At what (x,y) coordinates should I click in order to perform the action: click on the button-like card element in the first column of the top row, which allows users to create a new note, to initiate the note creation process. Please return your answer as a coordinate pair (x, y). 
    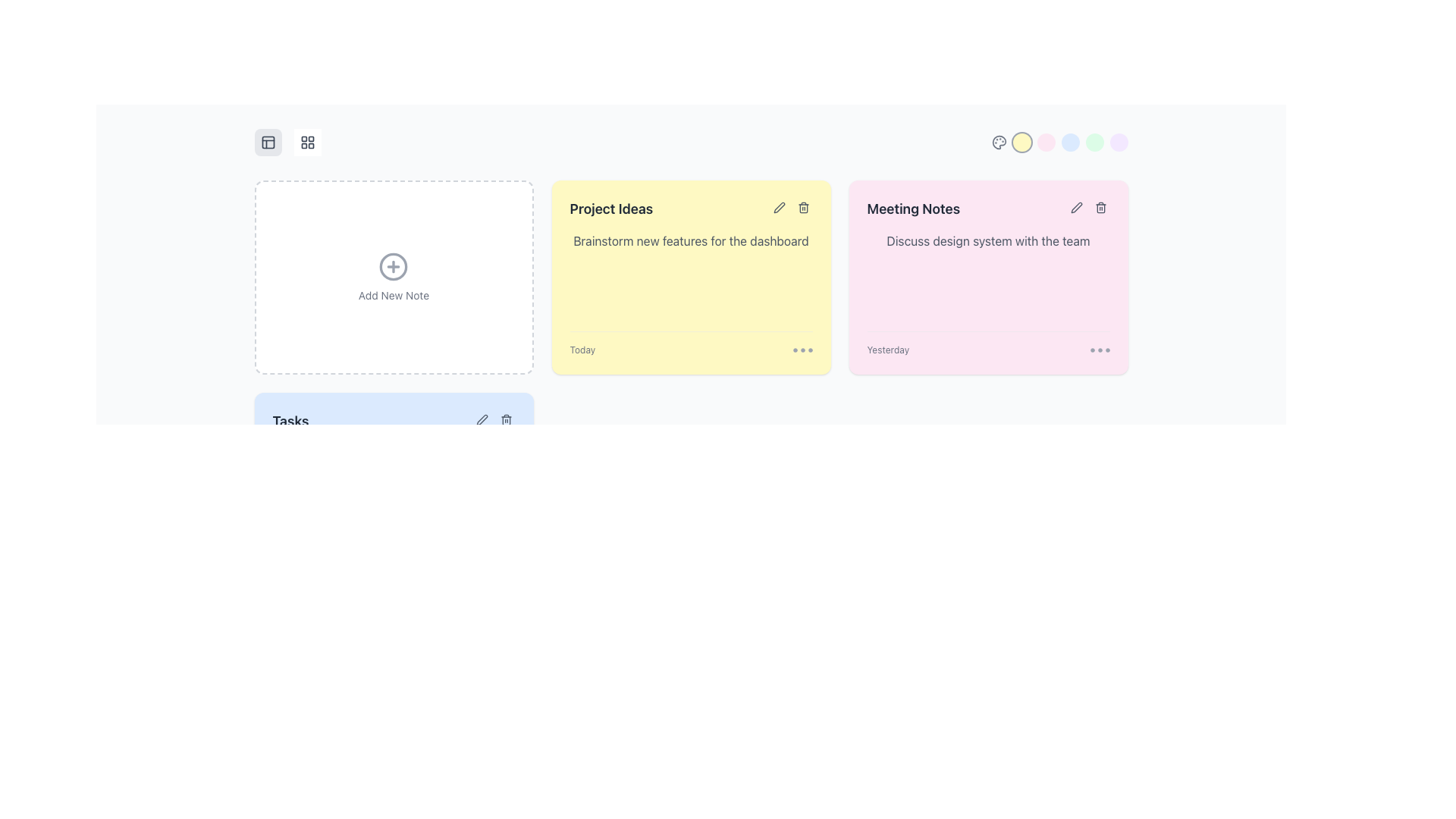
    Looking at the image, I should click on (394, 278).